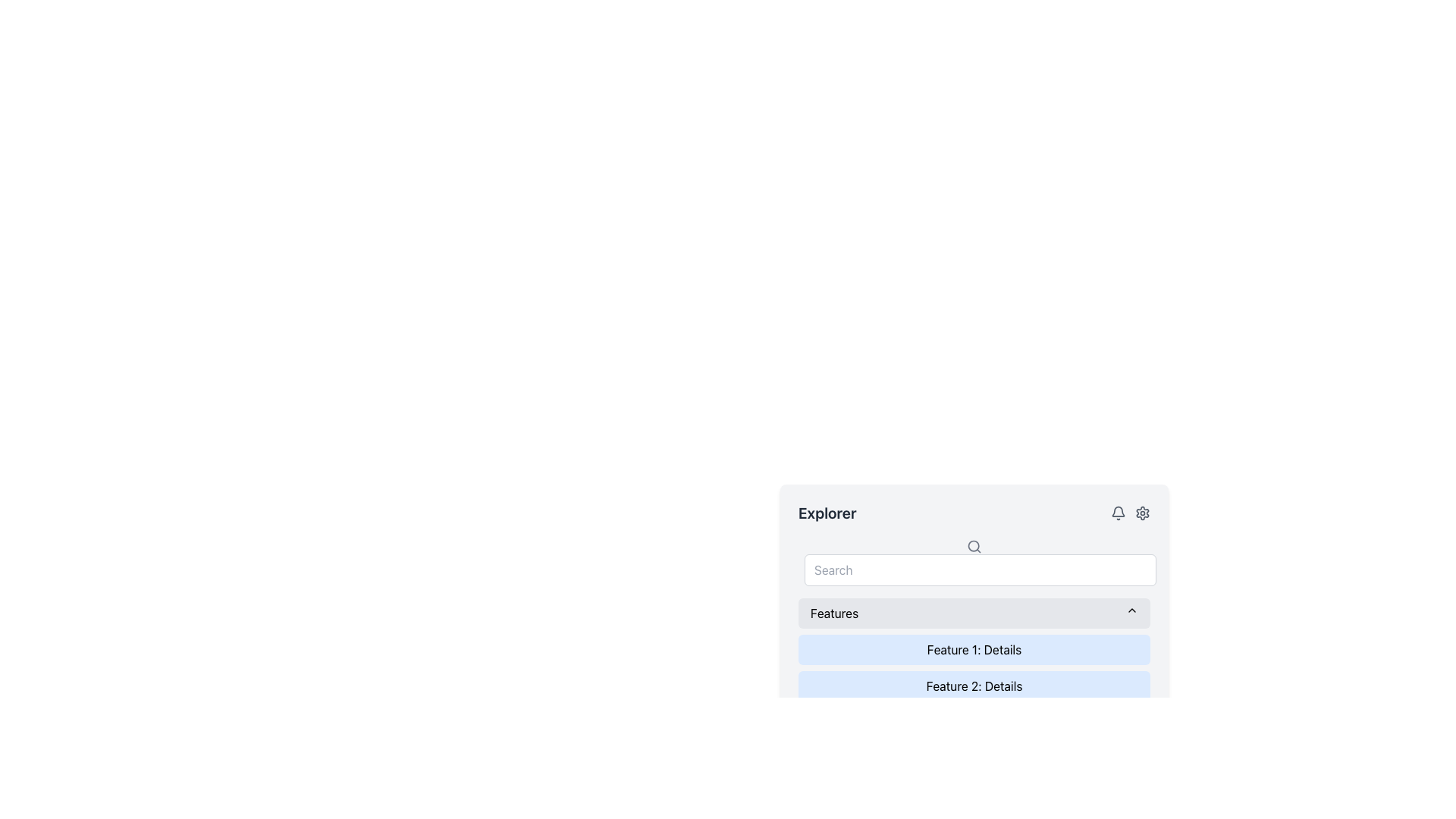 The height and width of the screenshot is (819, 1456). Describe the element at coordinates (974, 544) in the screenshot. I see `the circular icon with a gray outline, part of the search icon representation located in the header section, positioned left of the 'Search' text input` at that location.